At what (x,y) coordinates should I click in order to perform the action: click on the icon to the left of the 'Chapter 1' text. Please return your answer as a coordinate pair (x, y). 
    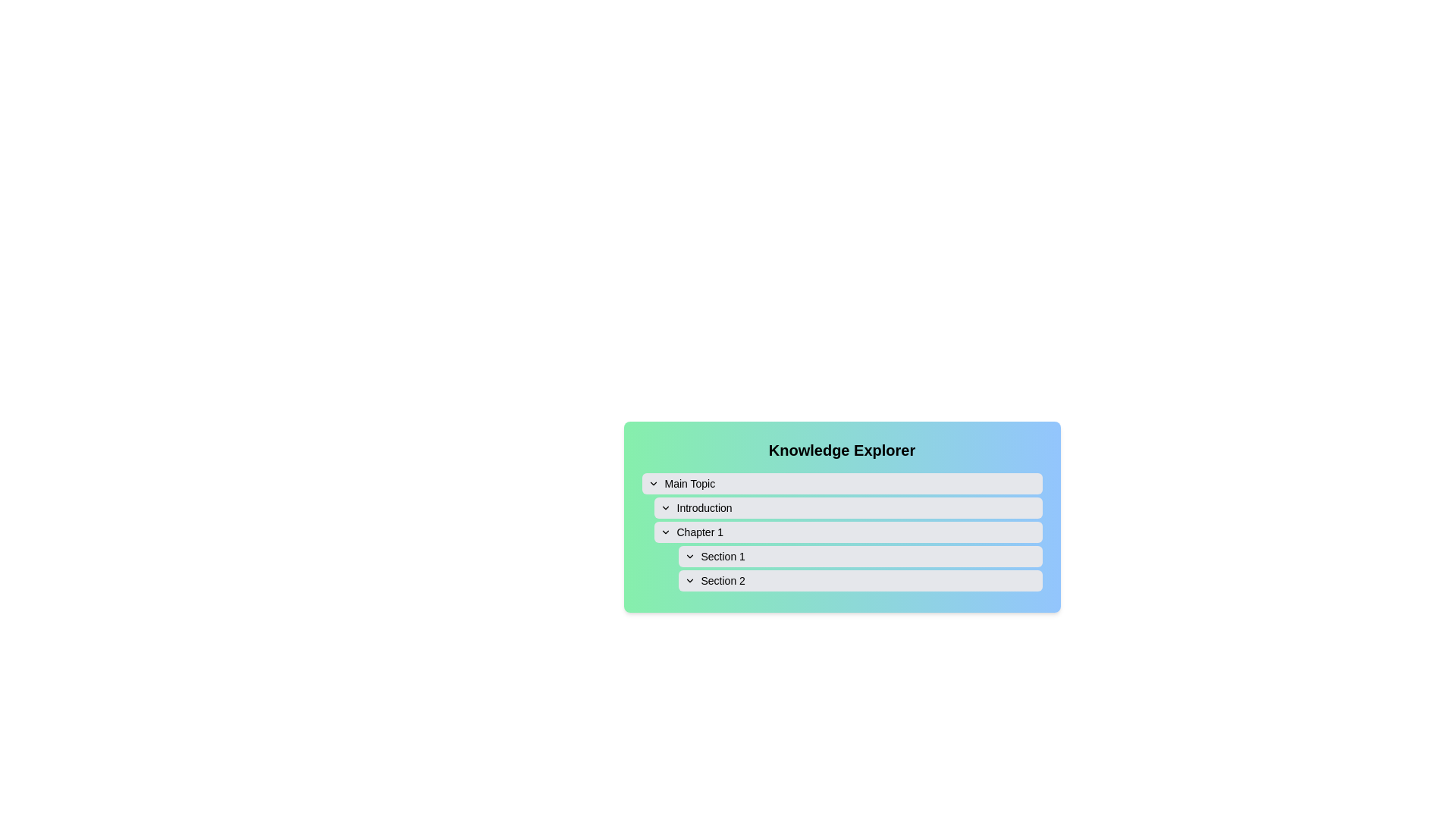
    Looking at the image, I should click on (665, 532).